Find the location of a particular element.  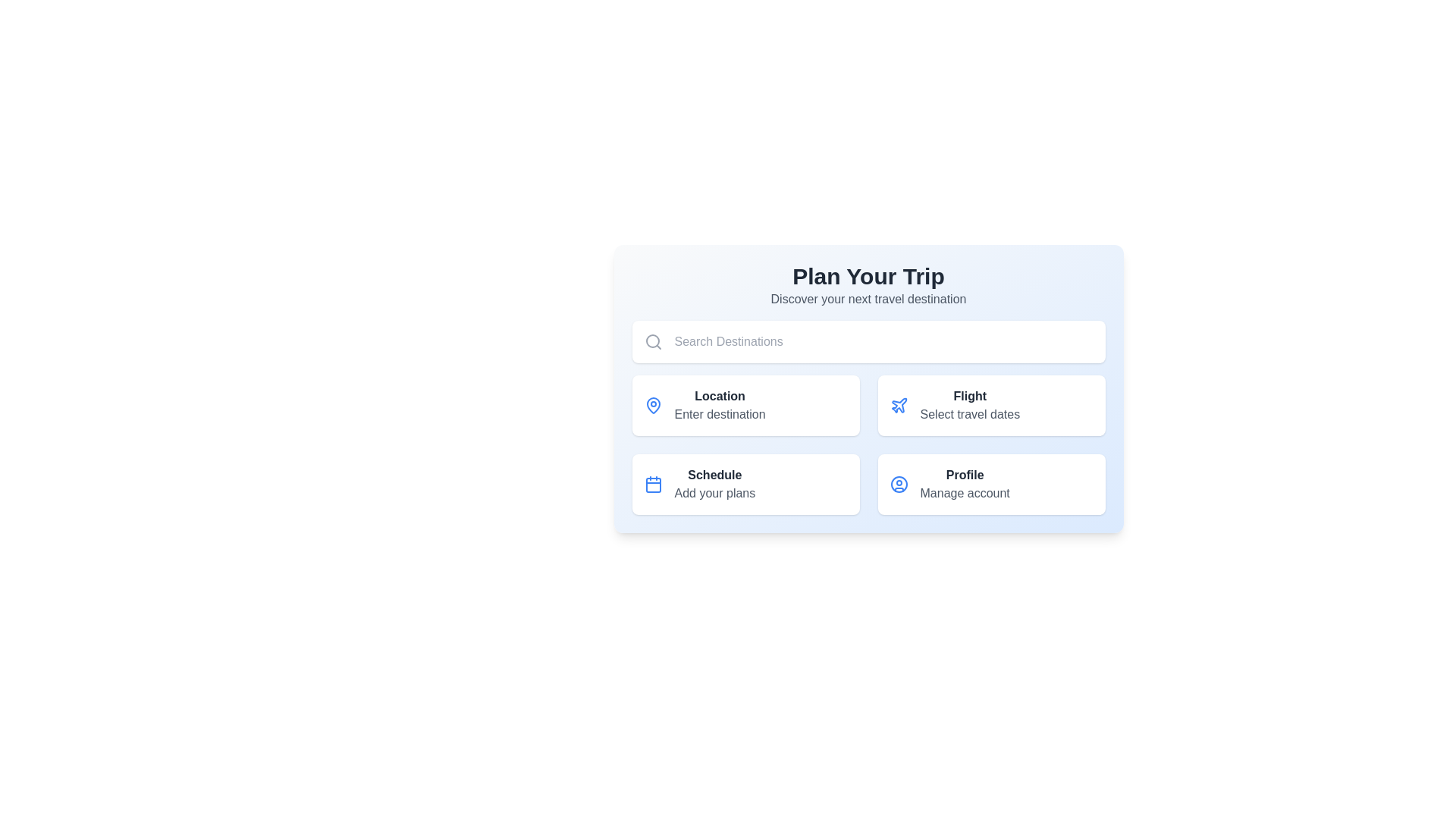

the rectangular component within the calendar icon of the 'Schedule' button, located in the lower-left section of the interface is located at coordinates (653, 485).